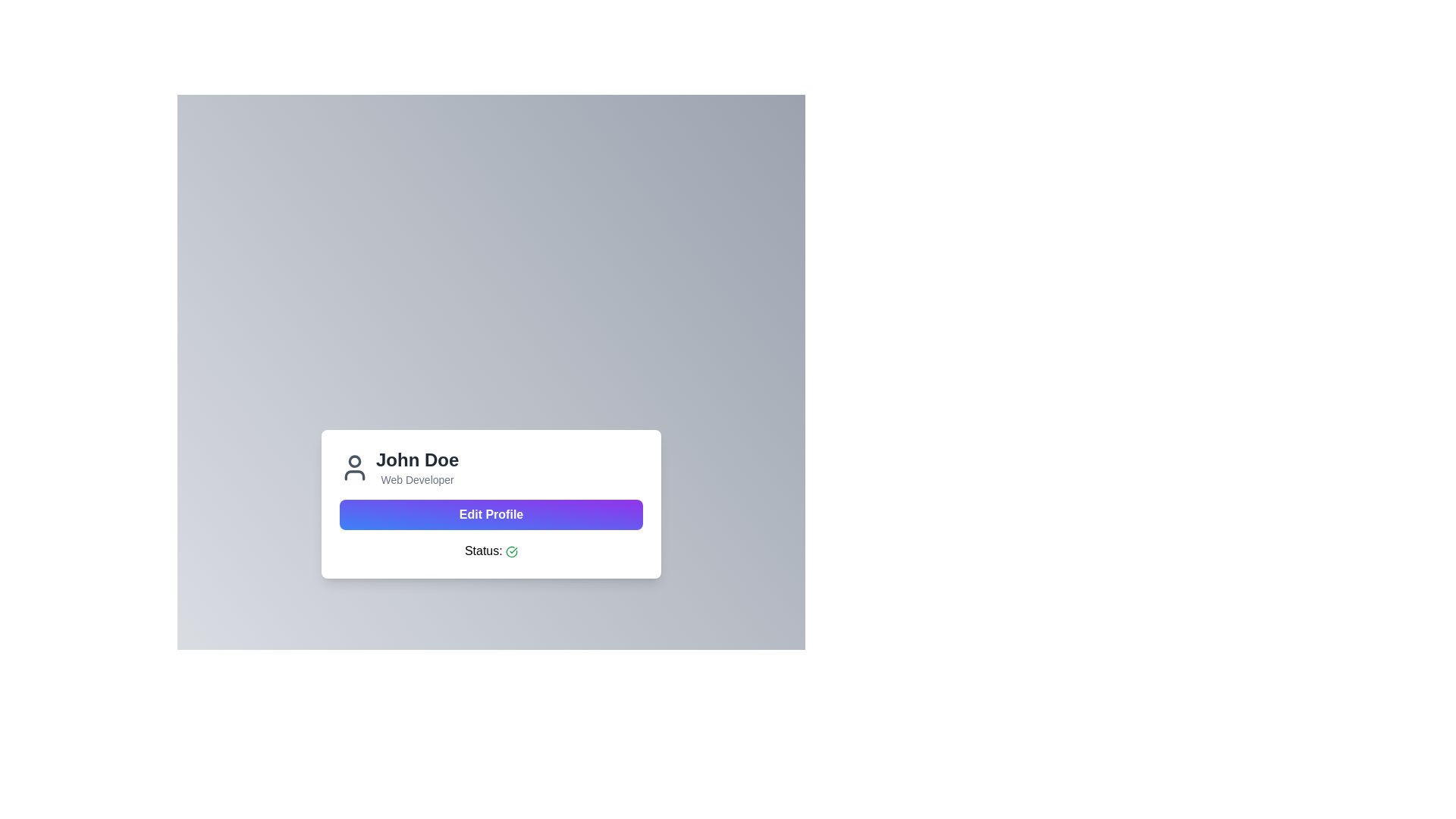 This screenshot has width=1456, height=819. What do you see at coordinates (417, 459) in the screenshot?
I see `text from the bold text label displaying 'John Doe' situated at the top of the card-like structure` at bounding box center [417, 459].